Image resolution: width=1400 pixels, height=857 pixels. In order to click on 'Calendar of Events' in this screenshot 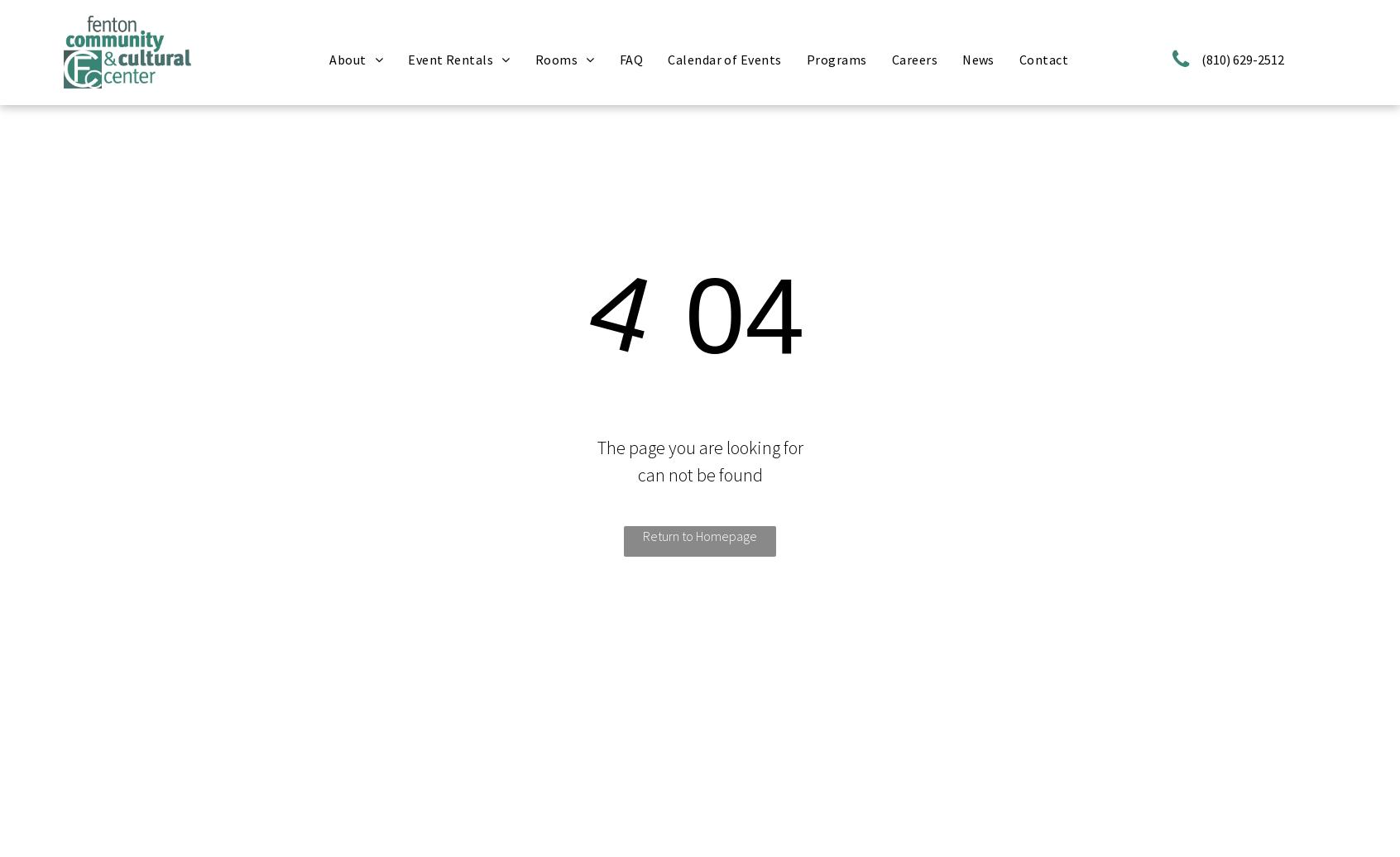, I will do `click(723, 58)`.